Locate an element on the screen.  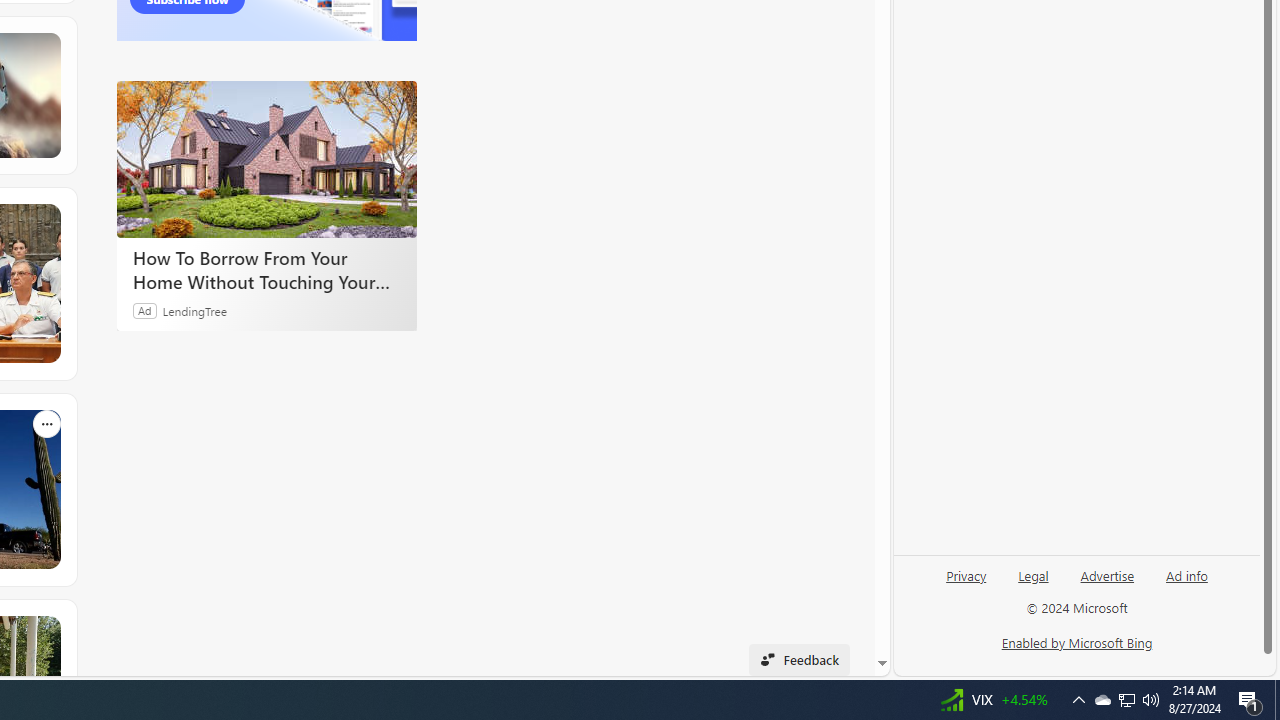
'Feedback' is located at coordinates (798, 659).